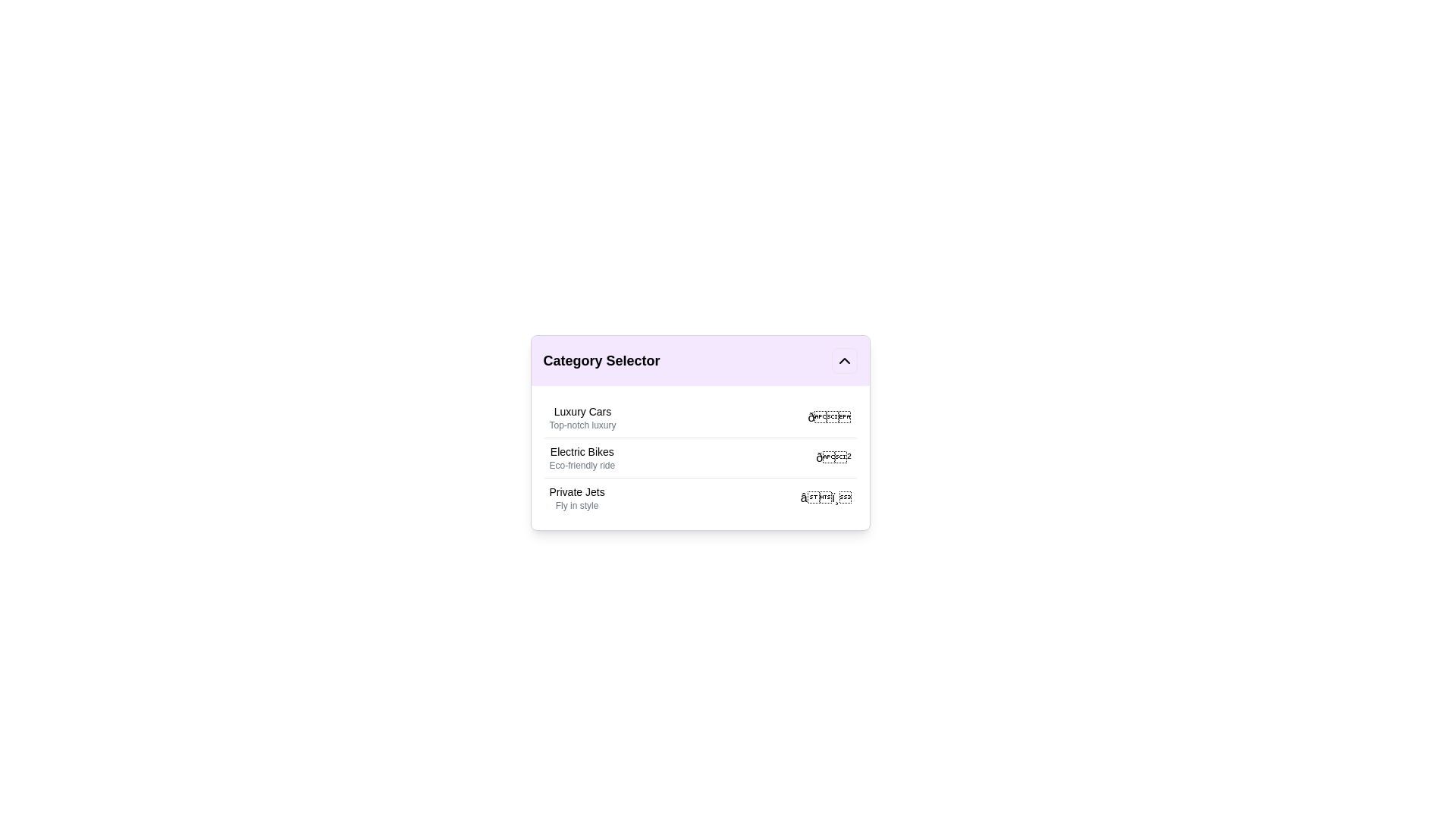 This screenshot has height=819, width=1456. Describe the element at coordinates (829, 418) in the screenshot. I see `the 'Luxury Cars' category icon located at the far right of the row identified by 'Luxury Cars' and 'Top-notch luxury'` at that location.